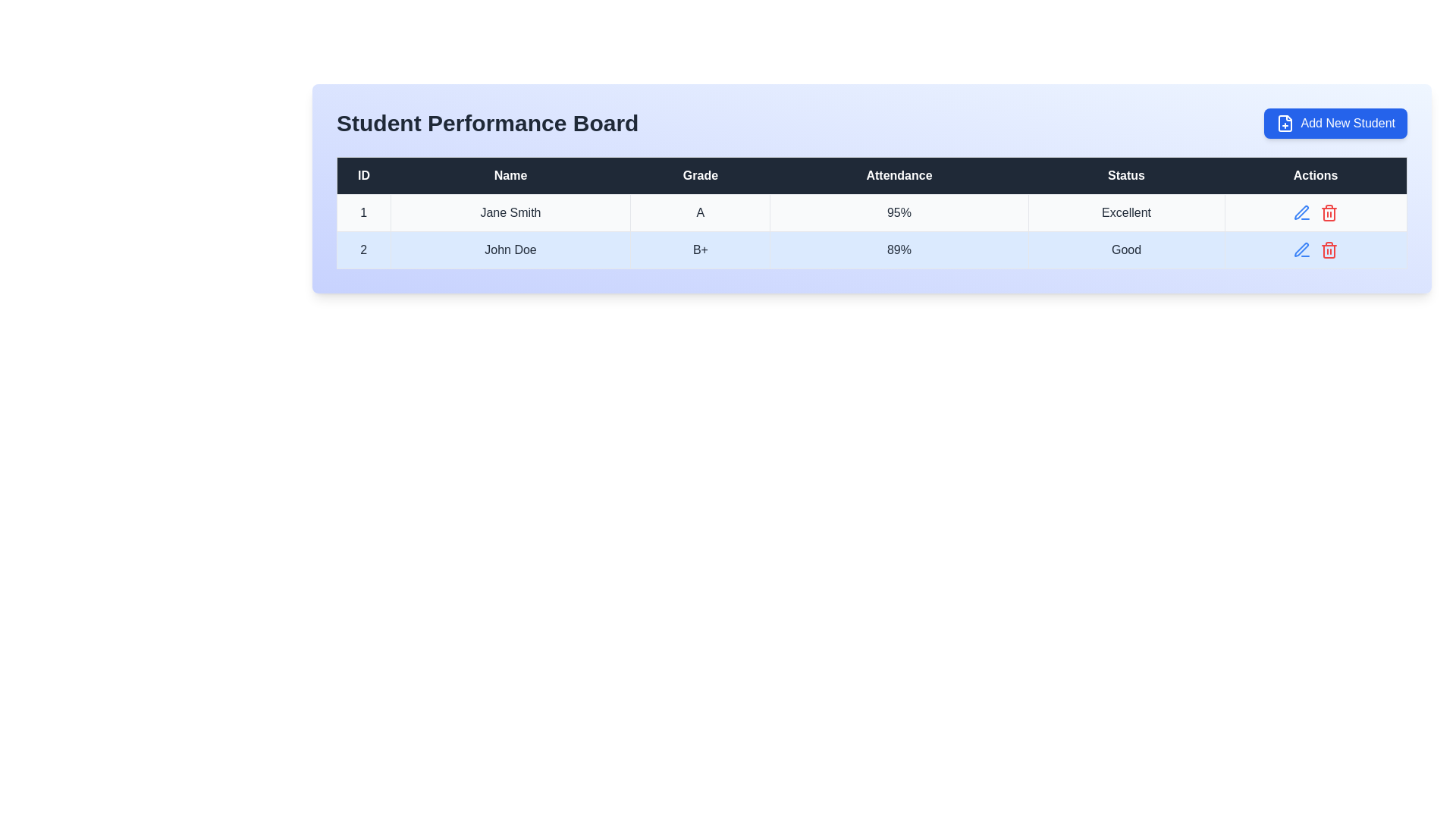 The image size is (1456, 819). What do you see at coordinates (899, 213) in the screenshot?
I see `displayed value '95%' located in the 'Attendance' column, first row of the table for student 'Jane Smith'` at bounding box center [899, 213].